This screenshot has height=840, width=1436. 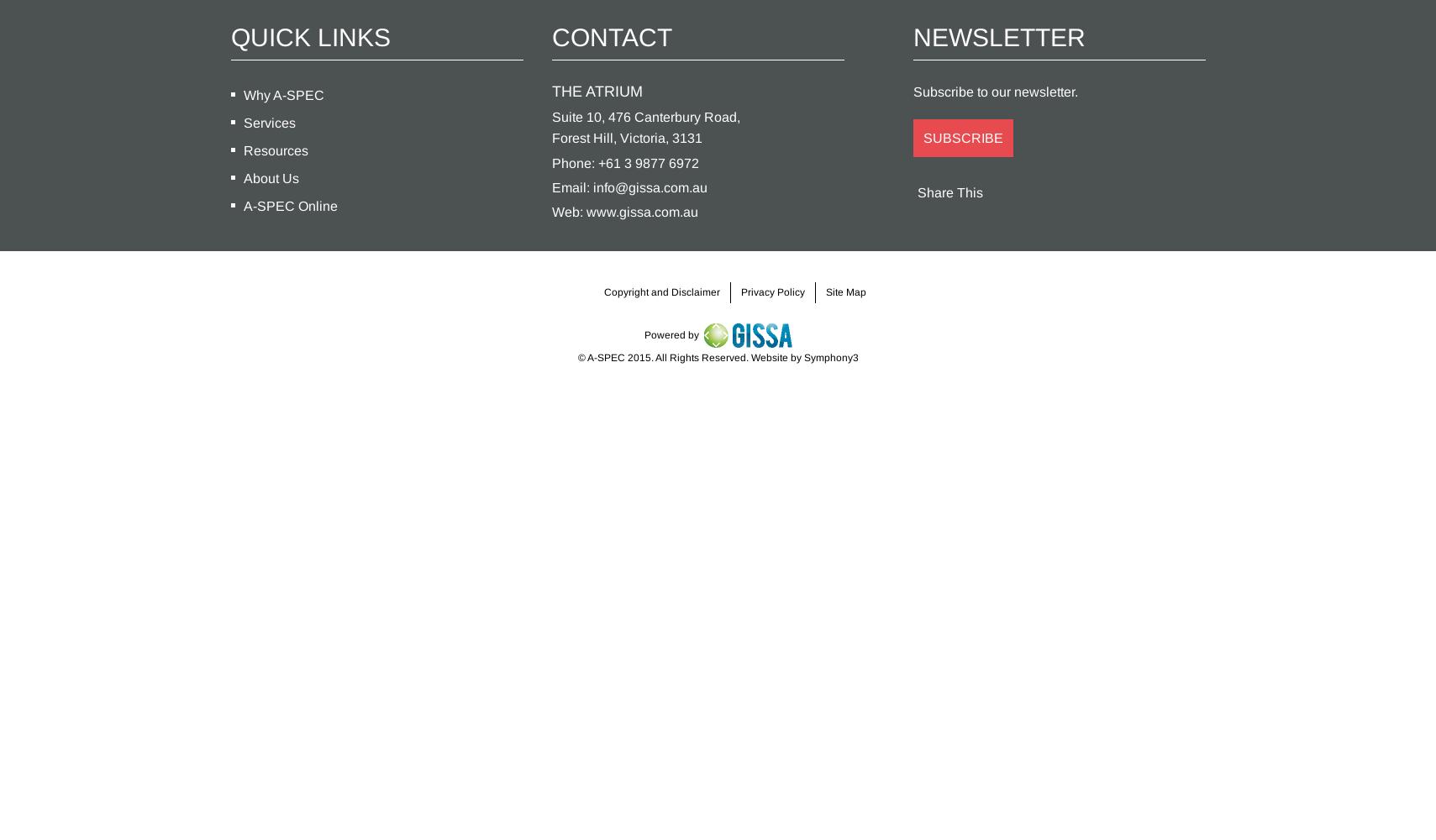 What do you see at coordinates (672, 334) in the screenshot?
I see `'Powered by'` at bounding box center [672, 334].